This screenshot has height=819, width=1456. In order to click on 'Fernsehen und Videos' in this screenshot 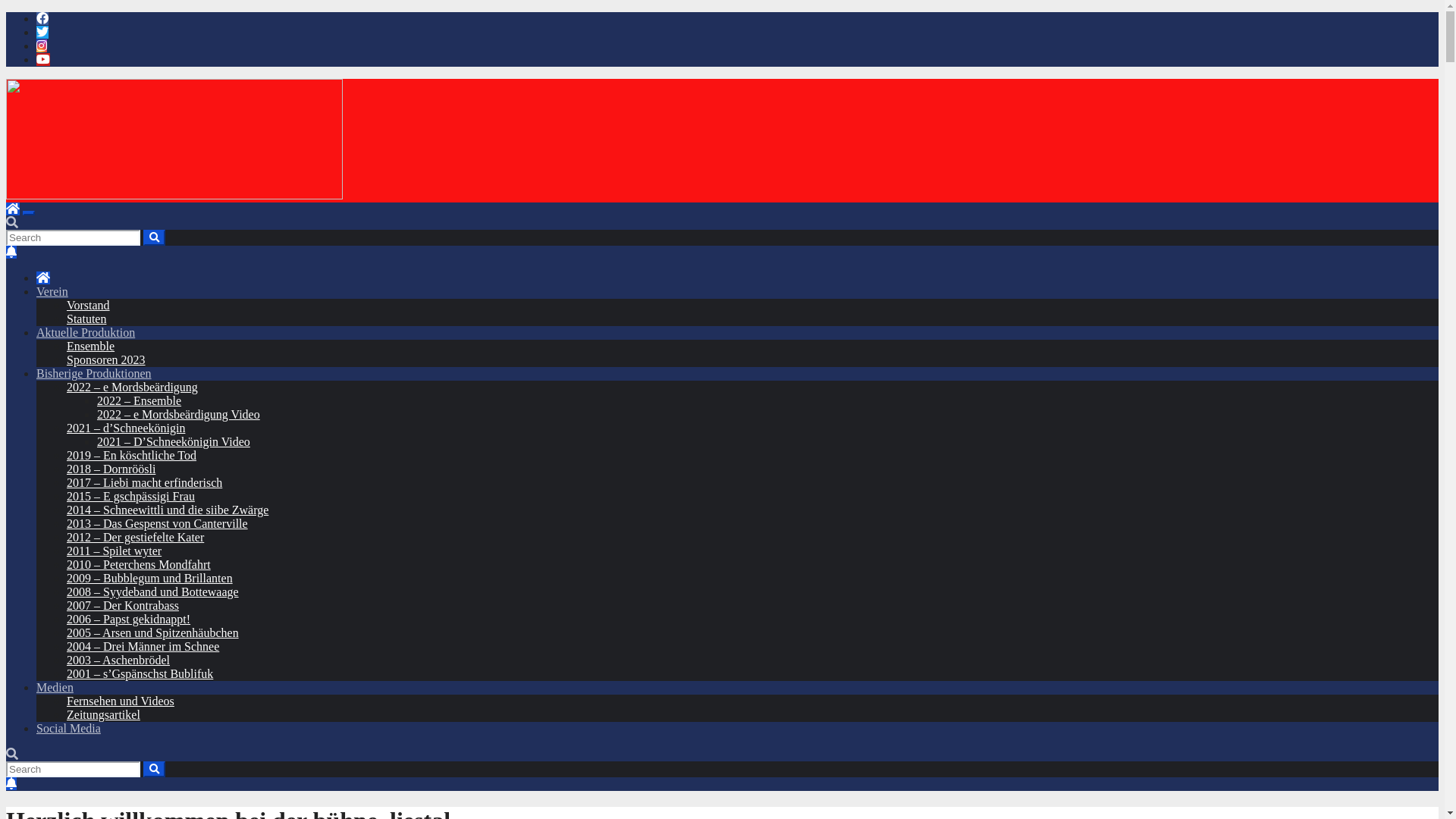, I will do `click(119, 701)`.